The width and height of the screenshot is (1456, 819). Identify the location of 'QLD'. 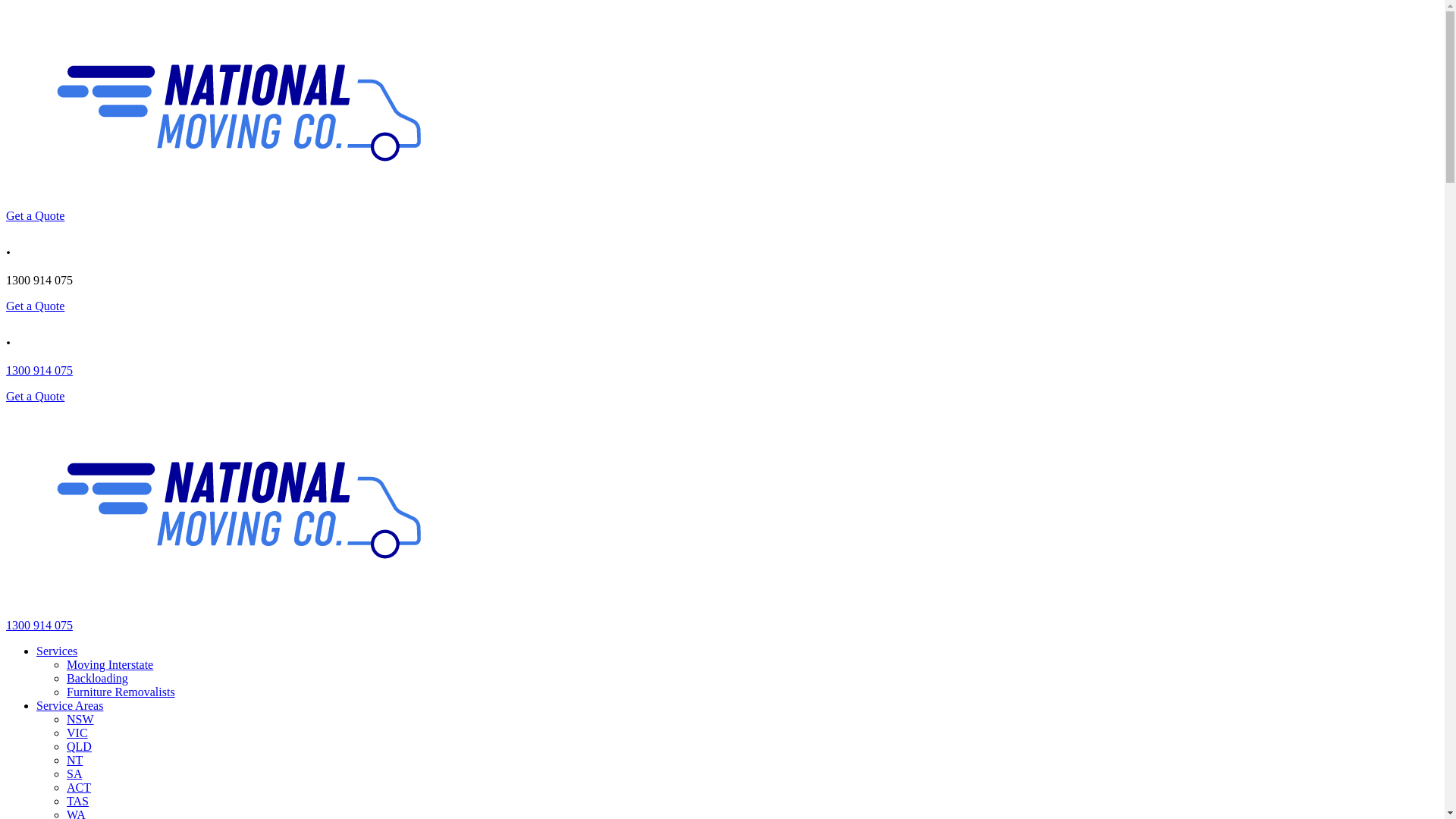
(78, 745).